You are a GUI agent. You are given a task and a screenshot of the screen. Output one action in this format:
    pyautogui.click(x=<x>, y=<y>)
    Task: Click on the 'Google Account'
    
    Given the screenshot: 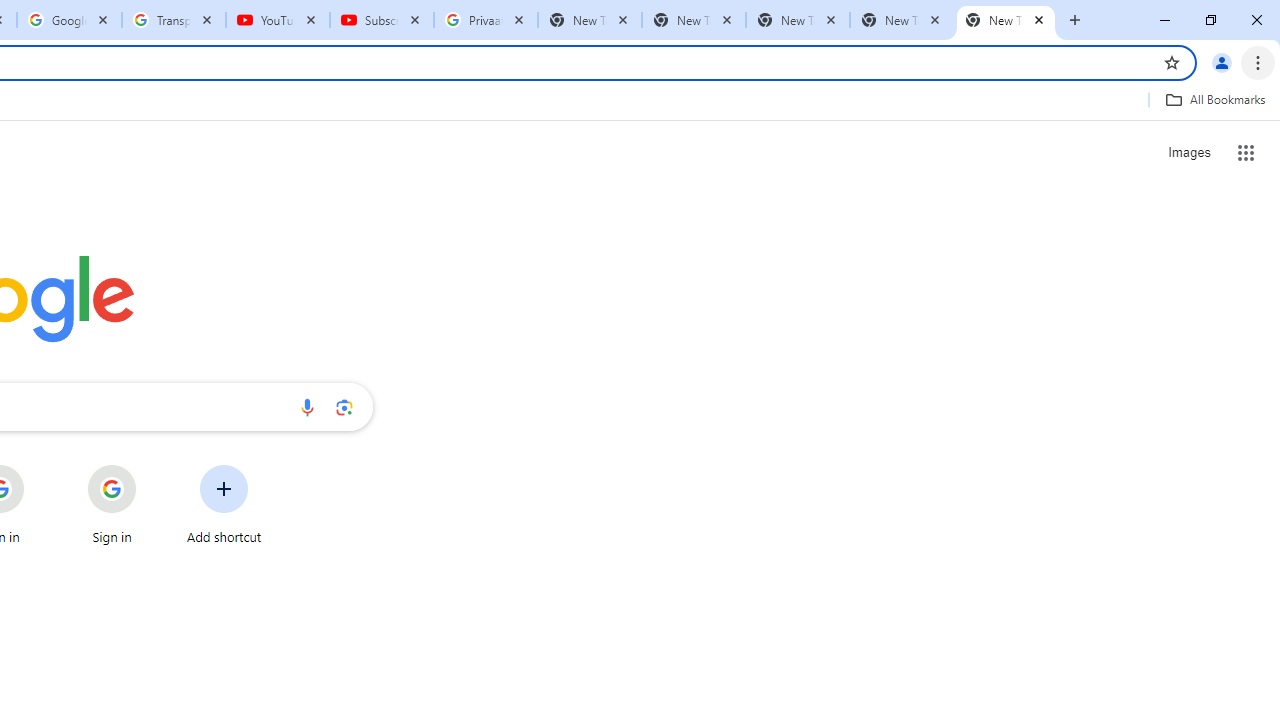 What is the action you would take?
    pyautogui.click(x=69, y=20)
    